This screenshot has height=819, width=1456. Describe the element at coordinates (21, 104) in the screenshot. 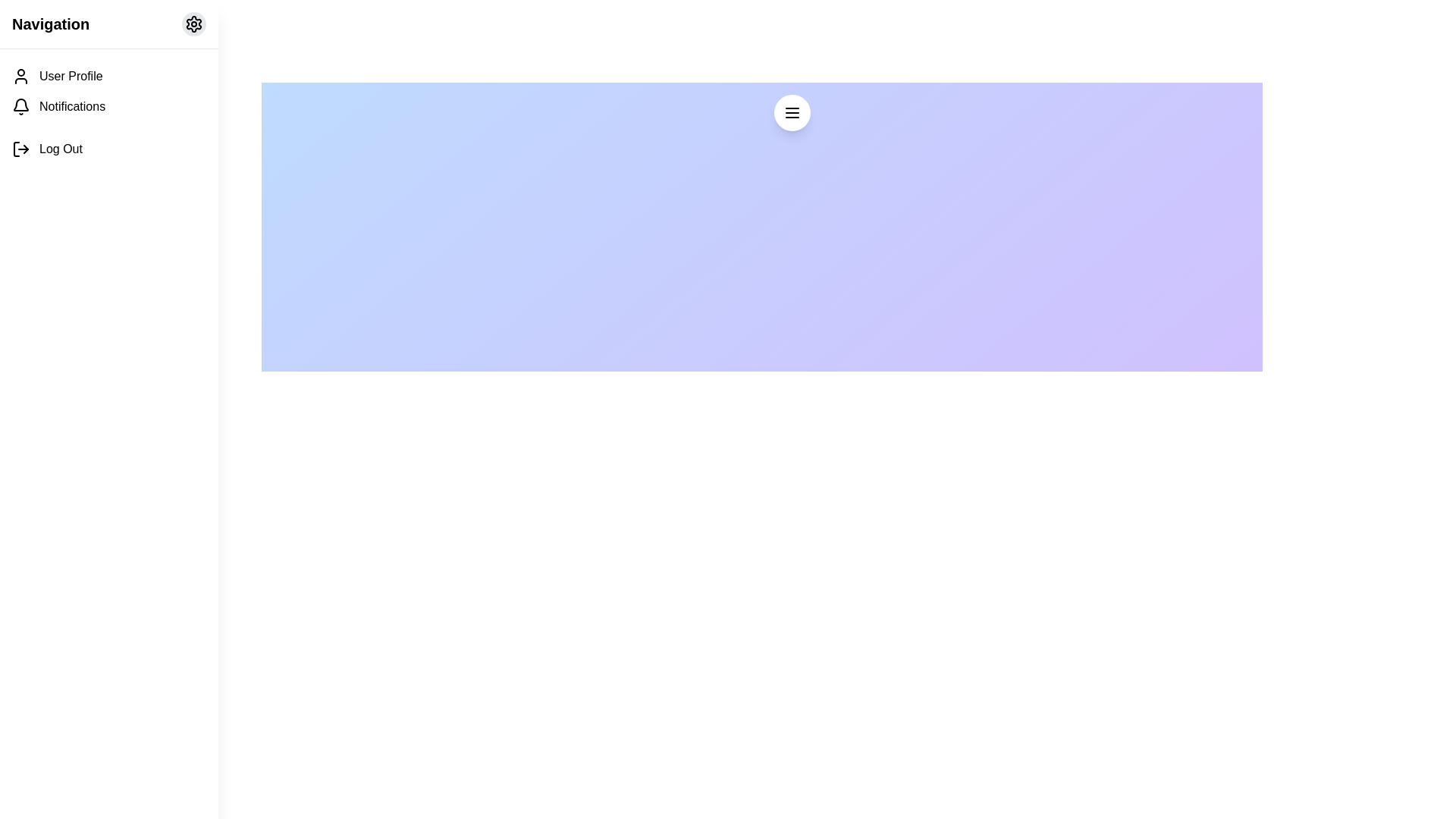

I see `the notifications icon located in the navigation sidebar, which is the second icon below the 'User Profile' icon and above the 'Log Out' icon` at that location.